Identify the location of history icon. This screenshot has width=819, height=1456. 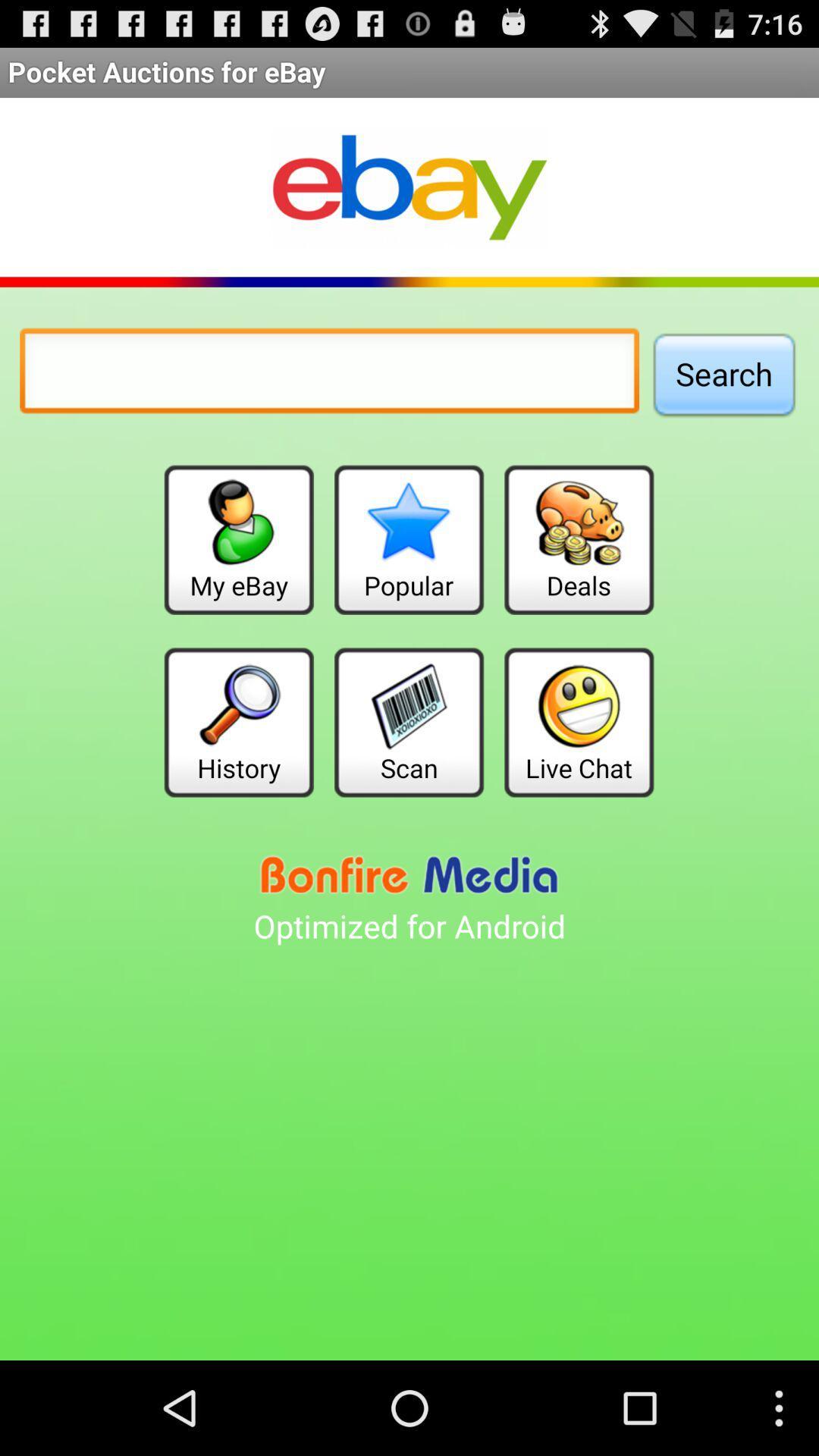
(239, 721).